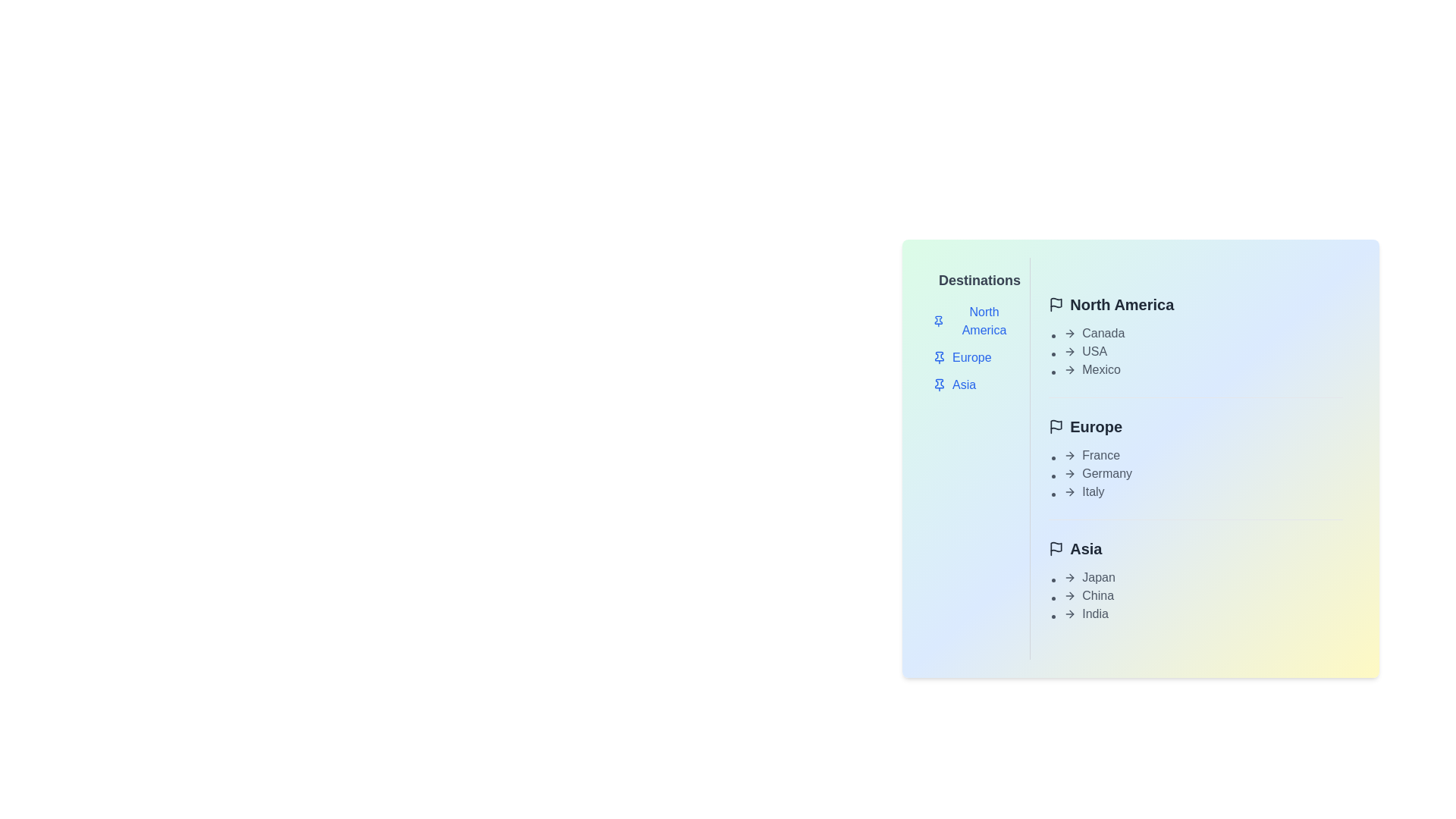  Describe the element at coordinates (1056, 549) in the screenshot. I see `the icon representing the region 'Asia', located immediately to the left of the text 'Asia'` at that location.